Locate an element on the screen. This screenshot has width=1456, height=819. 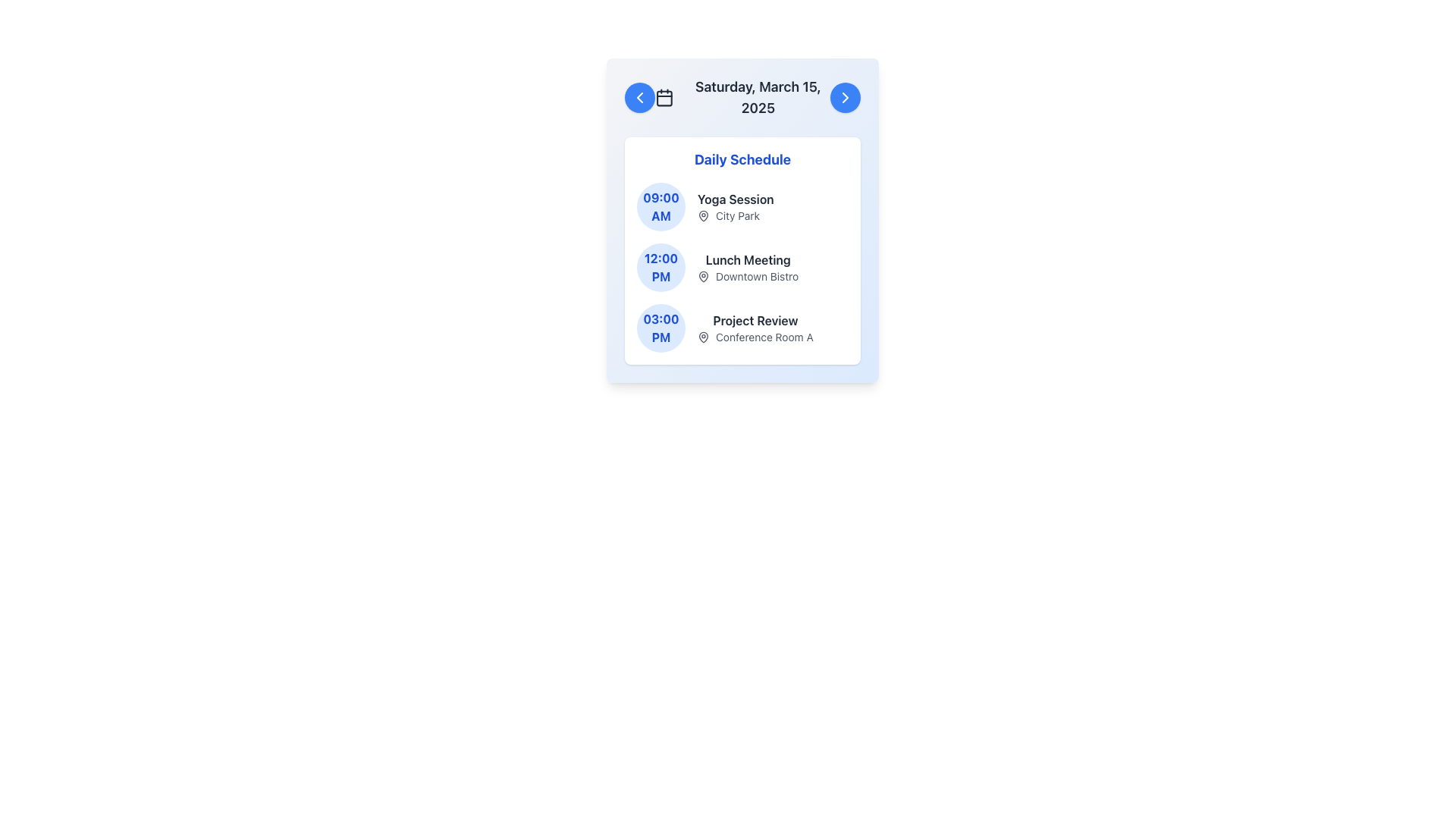
the first entry of the 'Daily Schedule' which displays the time, title, and location of an event is located at coordinates (742, 207).